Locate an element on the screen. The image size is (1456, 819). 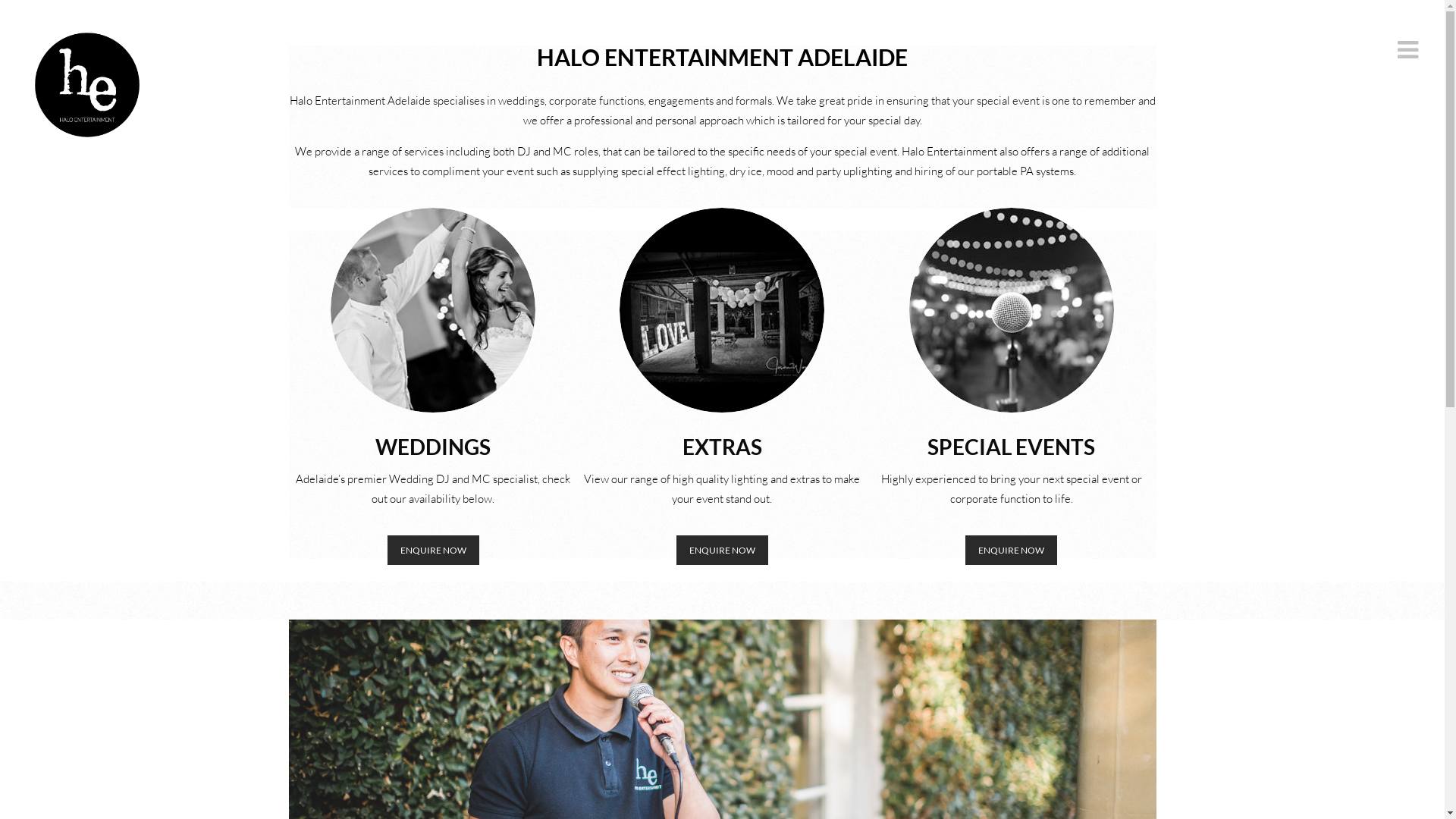
'LOVE NEW' is located at coordinates (720, 309).